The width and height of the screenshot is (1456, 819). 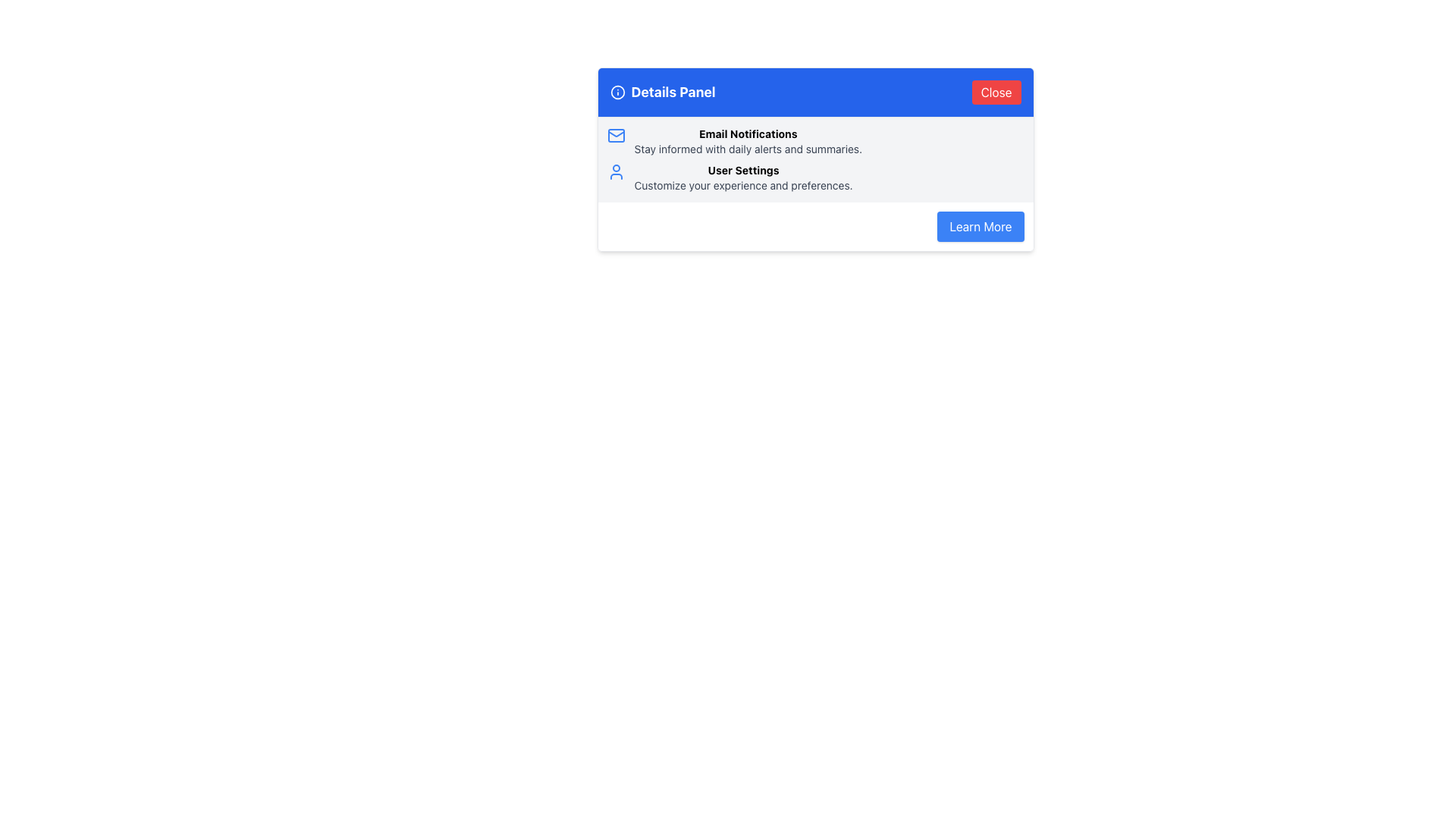 I want to click on the SVG Circle that serves as a decorative component of the help icon, positioned near the top-left corner of the interface, left of the 'Details Panel' title, so click(x=617, y=93).